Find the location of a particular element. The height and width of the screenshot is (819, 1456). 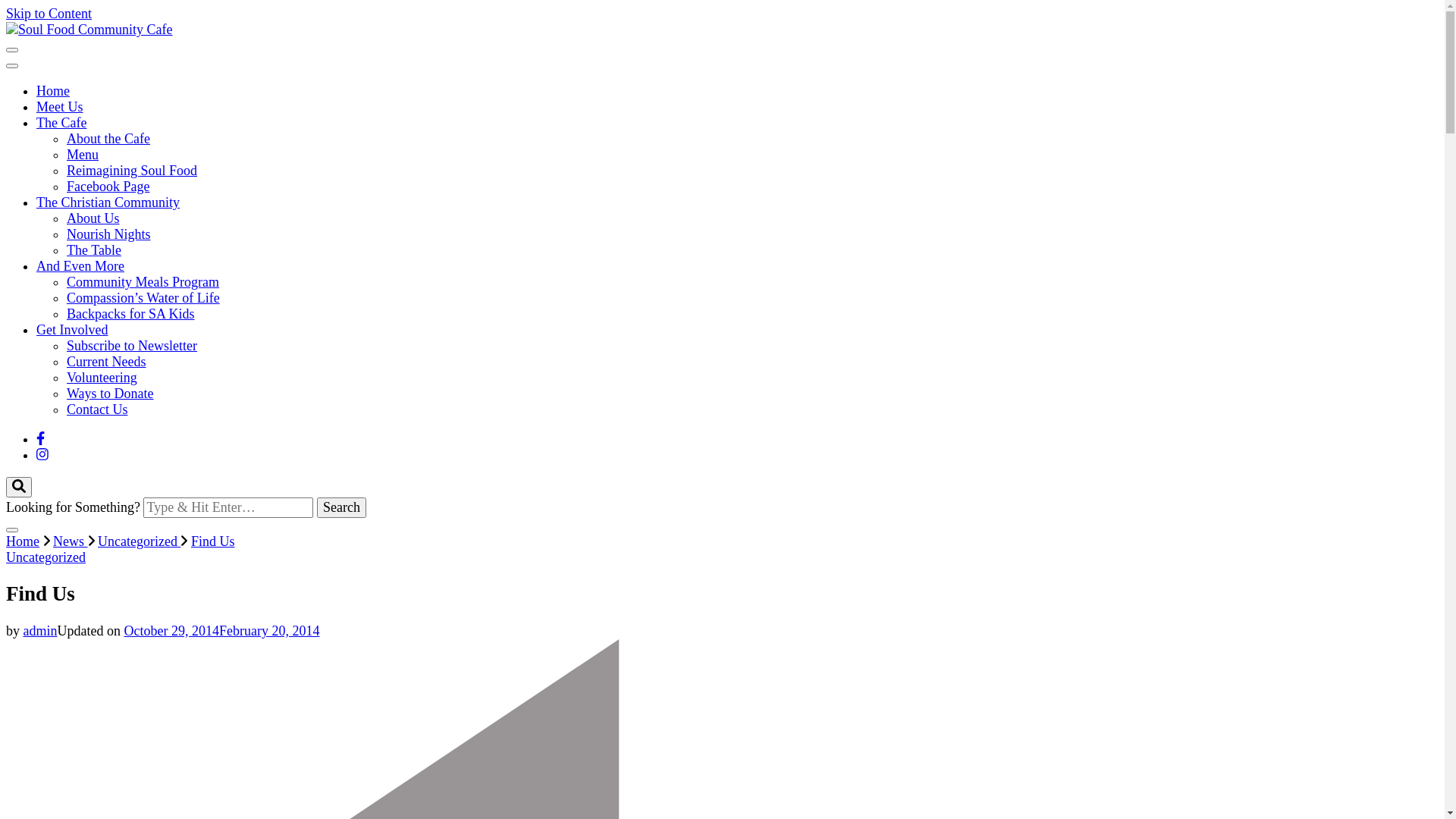

'The Cafe' is located at coordinates (61, 122).